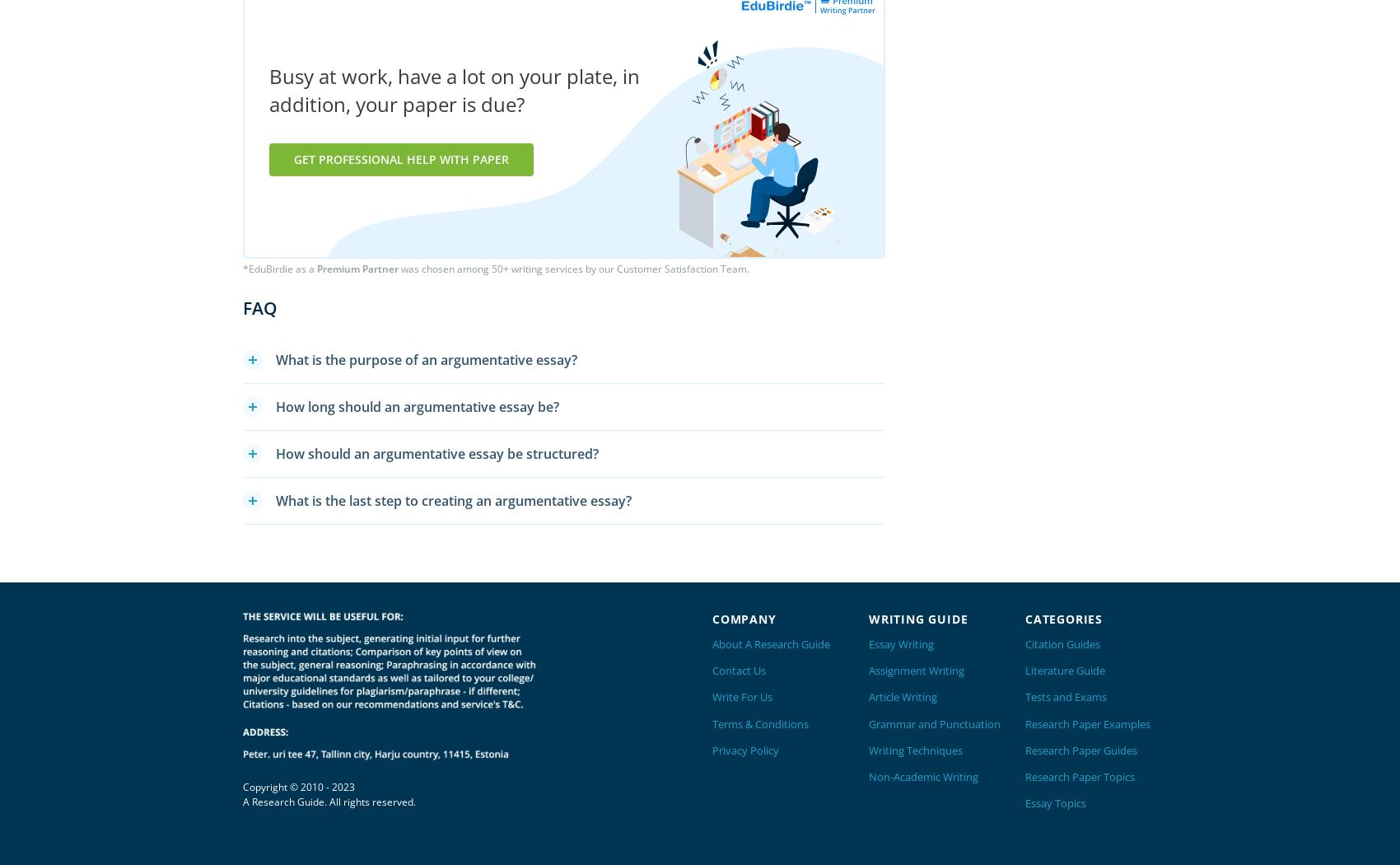 Image resolution: width=1400 pixels, height=865 pixels. What do you see at coordinates (918, 619) in the screenshot?
I see `'WRITING GUIDE'` at bounding box center [918, 619].